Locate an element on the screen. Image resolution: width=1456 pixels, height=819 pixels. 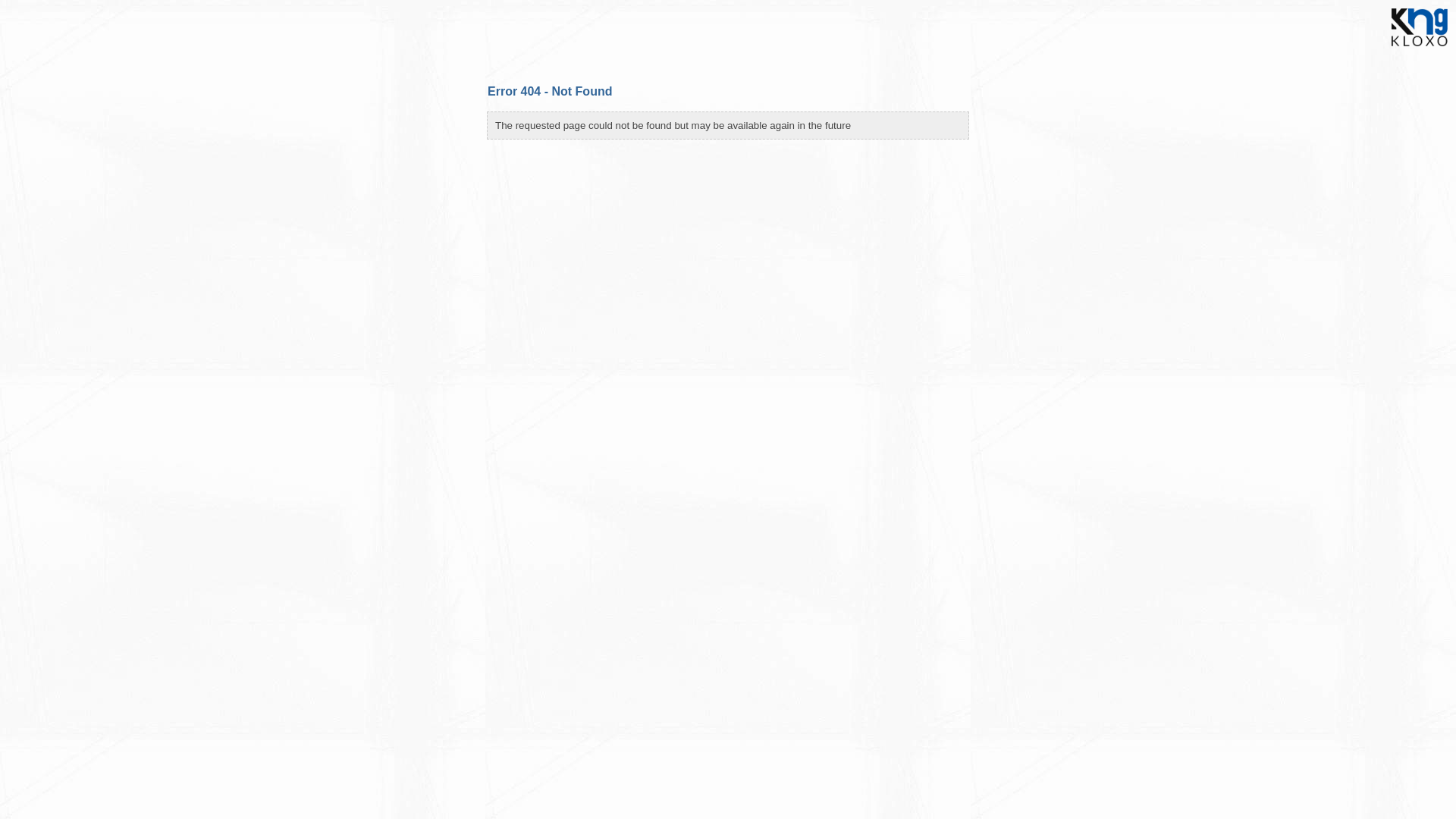
'KloxoNG website' is located at coordinates (1419, 49).